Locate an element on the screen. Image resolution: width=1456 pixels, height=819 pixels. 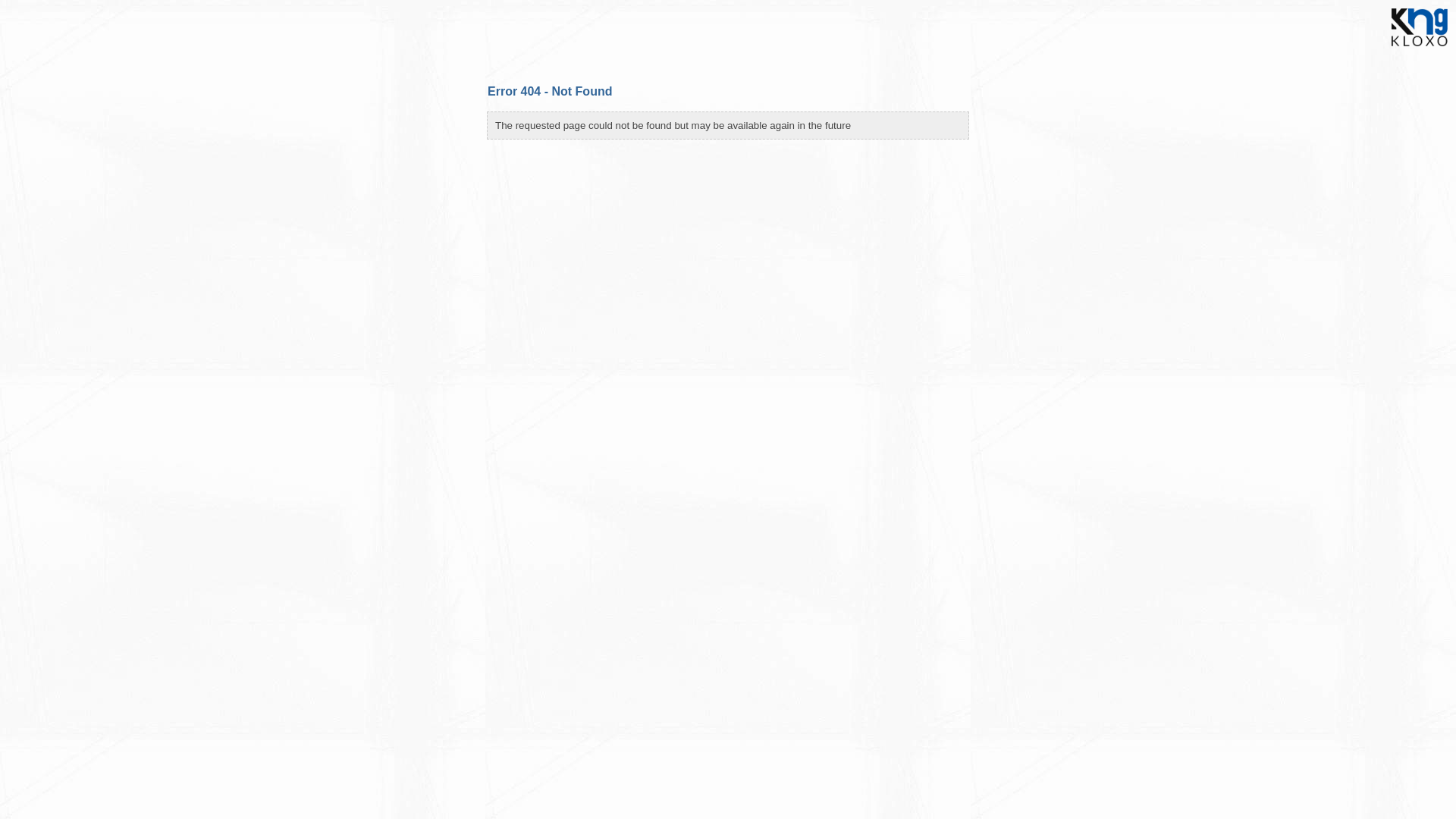
'KloxoNG website' is located at coordinates (1419, 49).